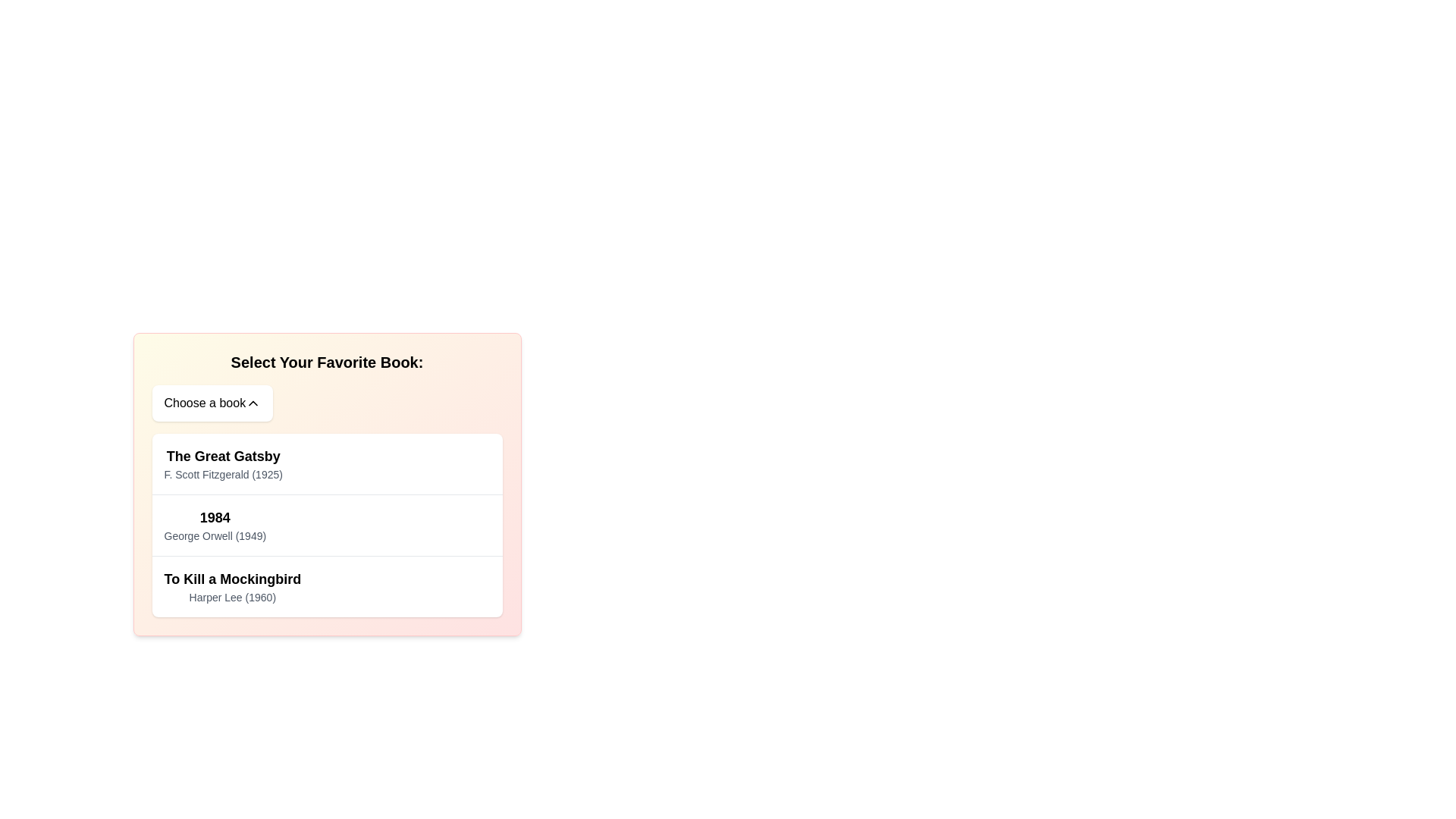 Image resolution: width=1456 pixels, height=819 pixels. What do you see at coordinates (231, 579) in the screenshot?
I see `the text label presenting the title 'To Kill a Mockingbird', which is located in the third card of a vertical list of book options` at bounding box center [231, 579].